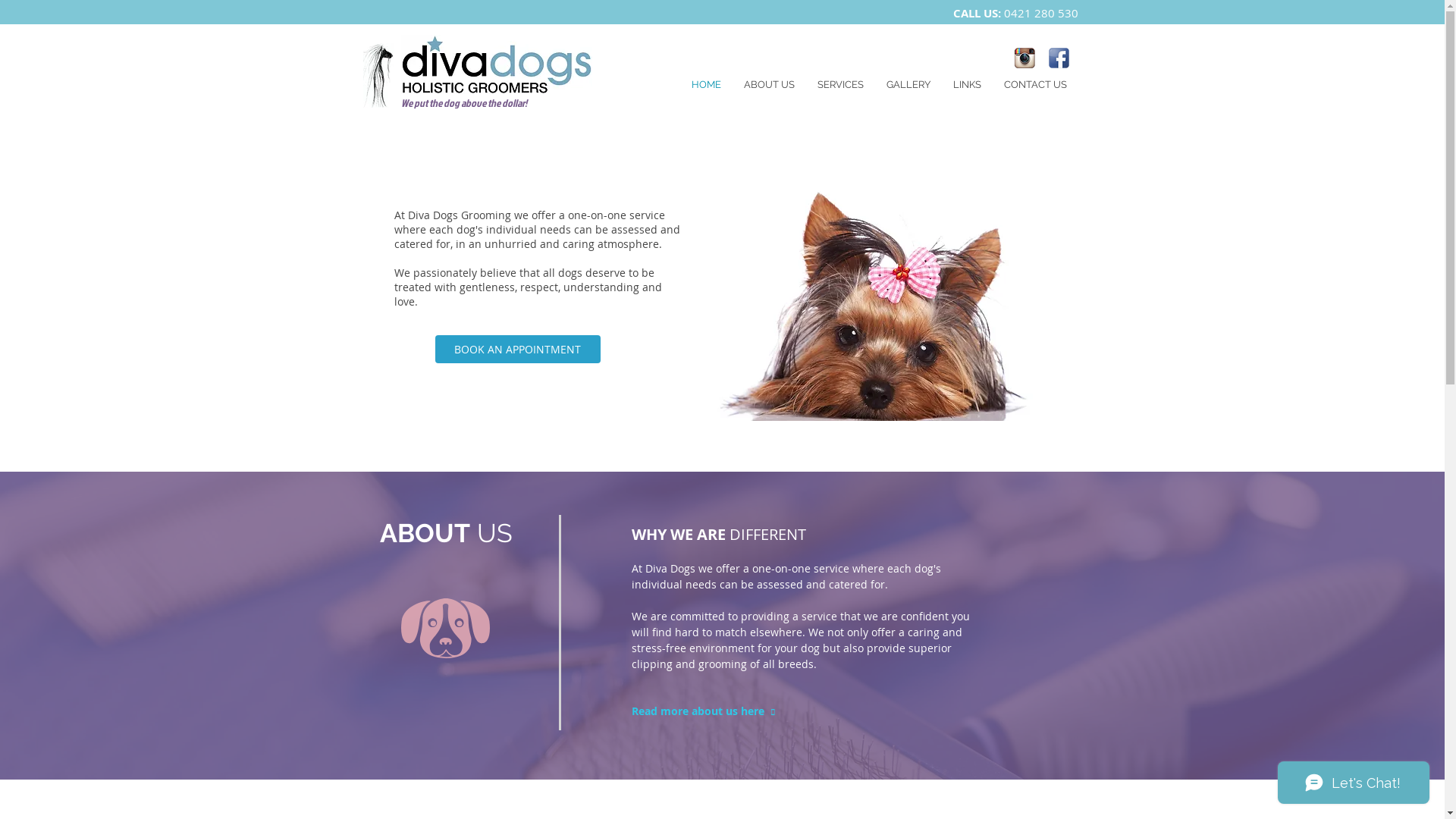  Describe the element at coordinates (732, 84) in the screenshot. I see `'ABOUT US'` at that location.